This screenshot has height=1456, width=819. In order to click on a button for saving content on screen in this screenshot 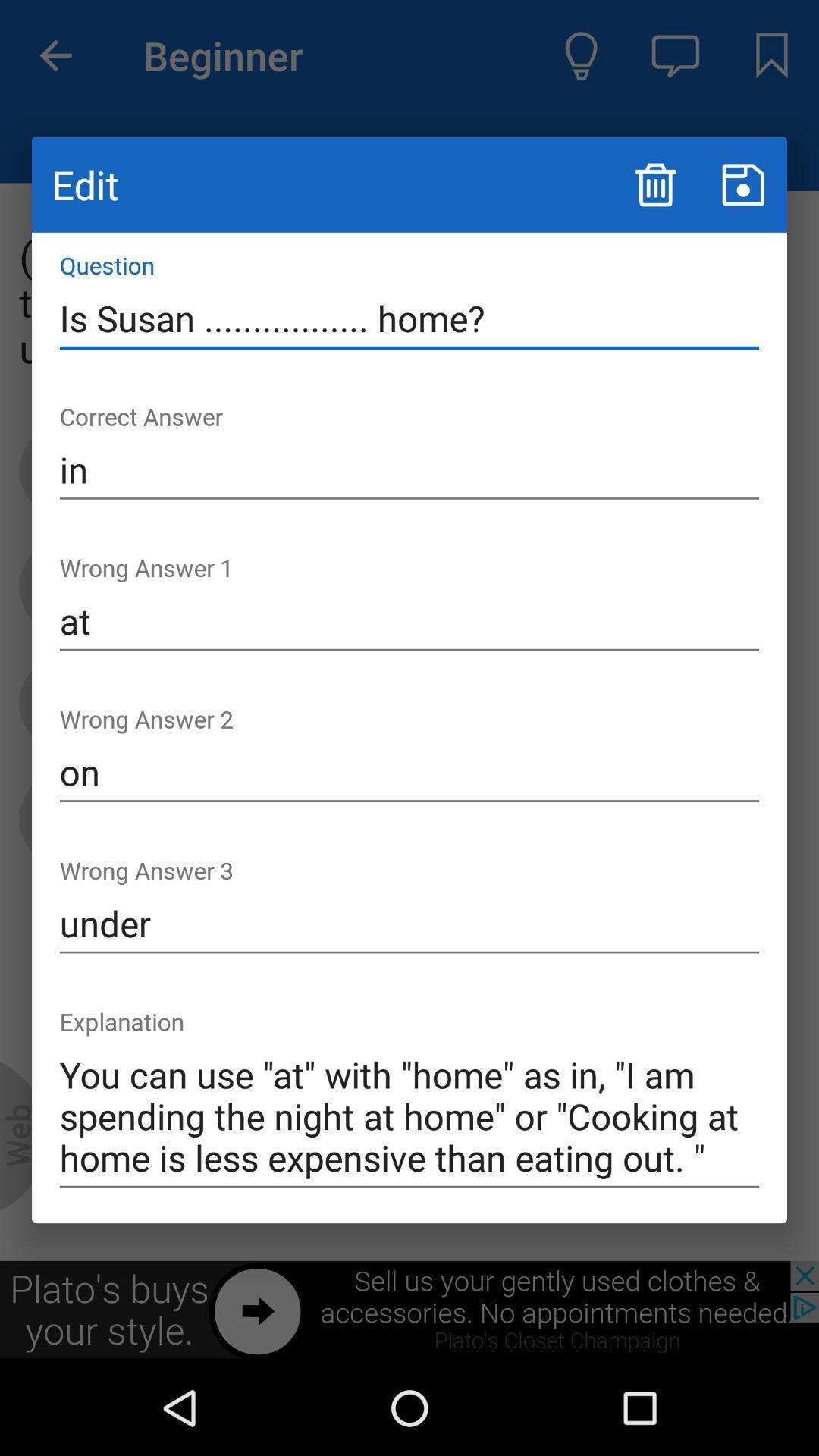, I will do `click(742, 184)`.